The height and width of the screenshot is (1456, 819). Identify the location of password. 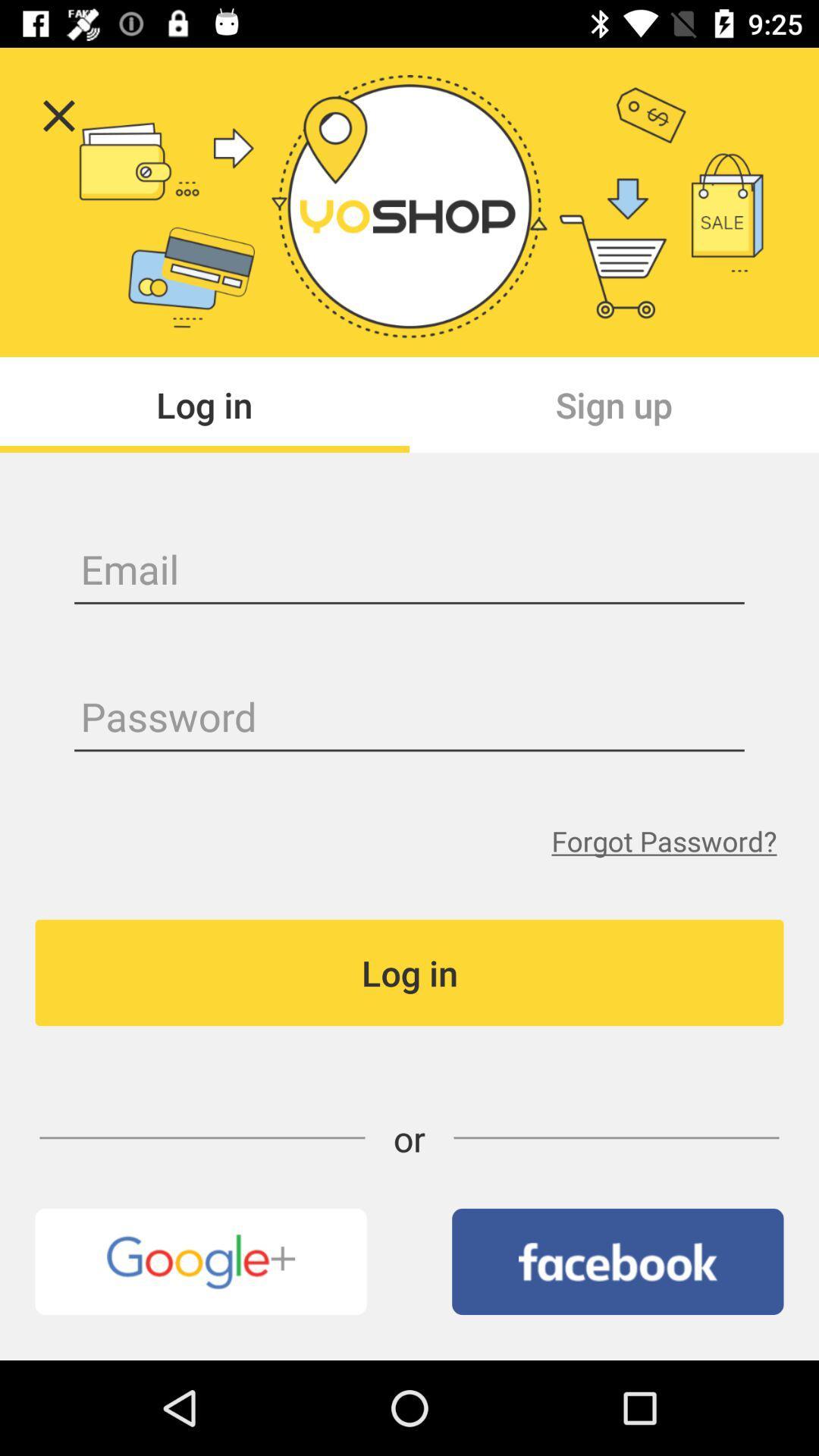
(409, 719).